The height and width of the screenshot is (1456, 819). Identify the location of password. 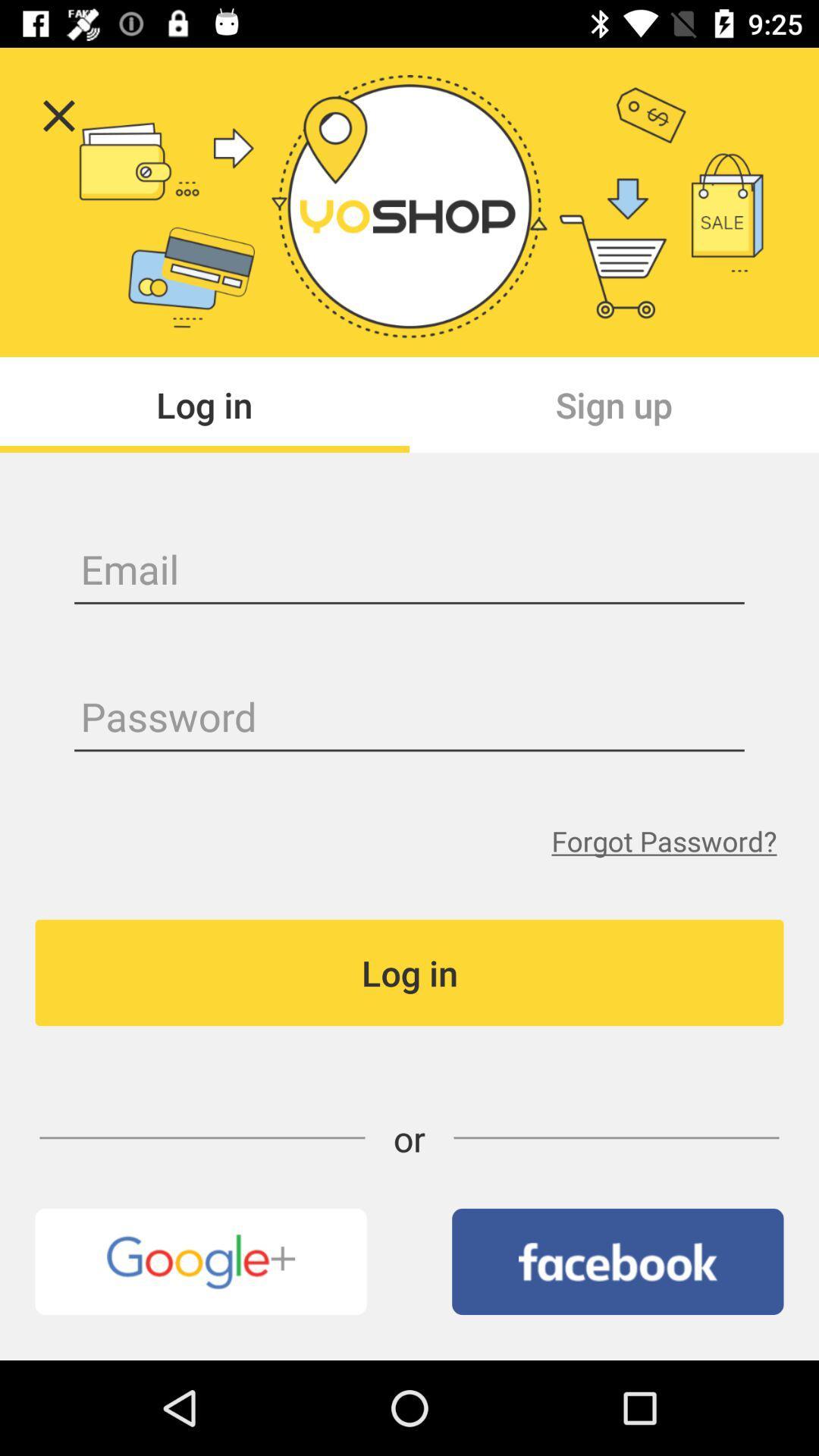
(409, 719).